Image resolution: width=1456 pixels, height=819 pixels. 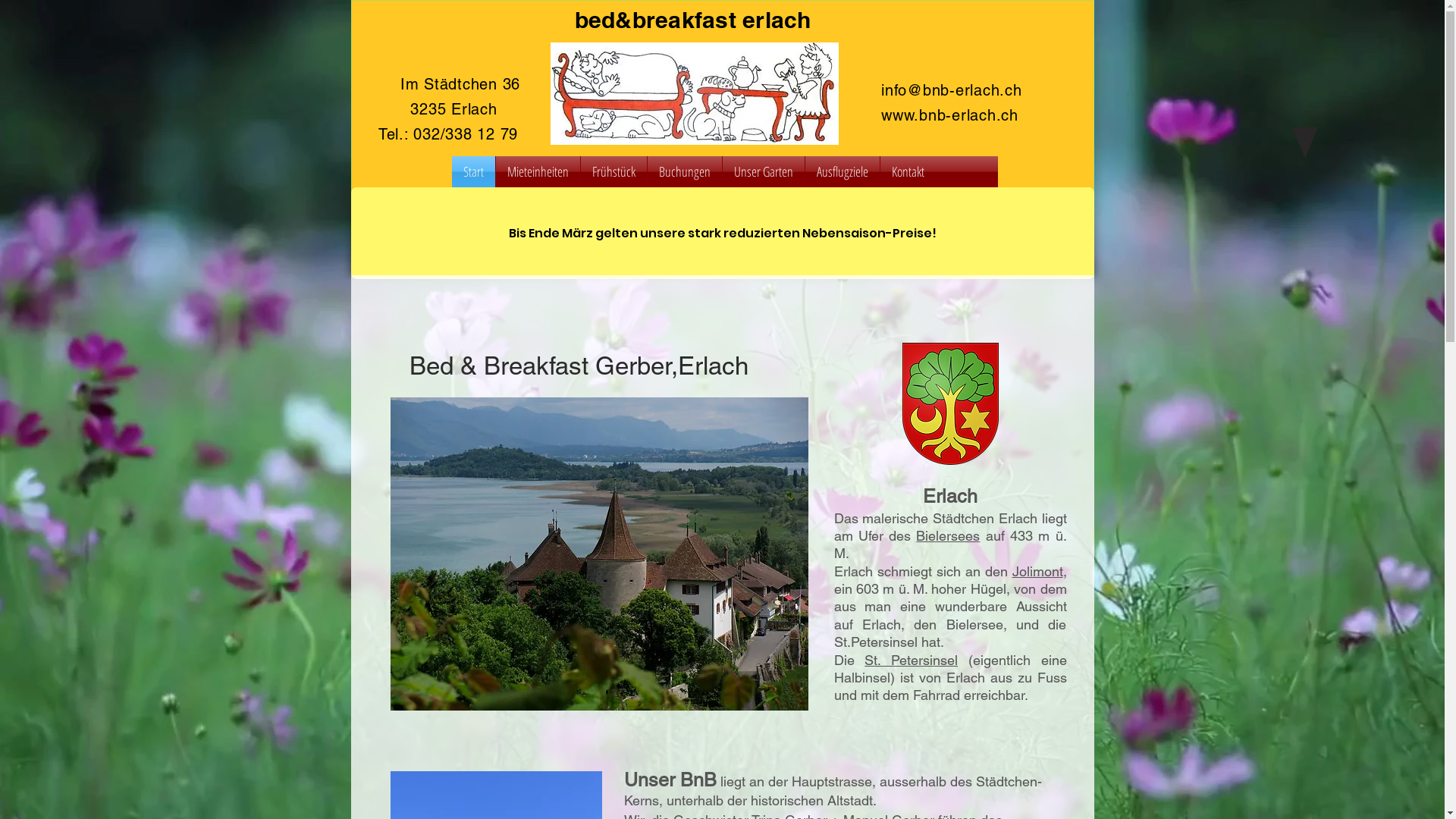 What do you see at coordinates (538, 171) in the screenshot?
I see `'Mieteinheiten'` at bounding box center [538, 171].